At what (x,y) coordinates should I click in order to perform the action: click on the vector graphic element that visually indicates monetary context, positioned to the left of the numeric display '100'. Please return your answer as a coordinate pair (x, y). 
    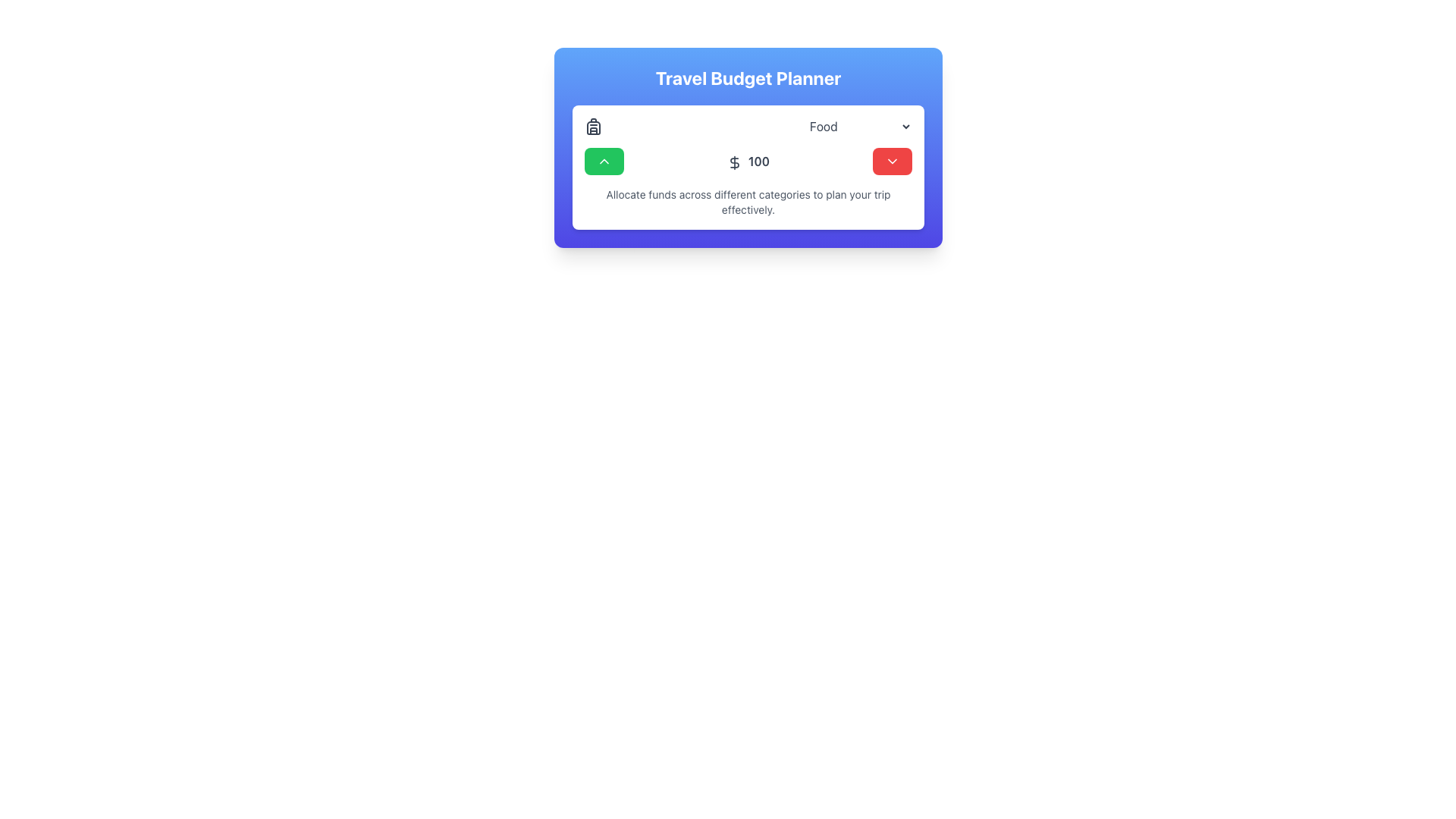
    Looking at the image, I should click on (734, 162).